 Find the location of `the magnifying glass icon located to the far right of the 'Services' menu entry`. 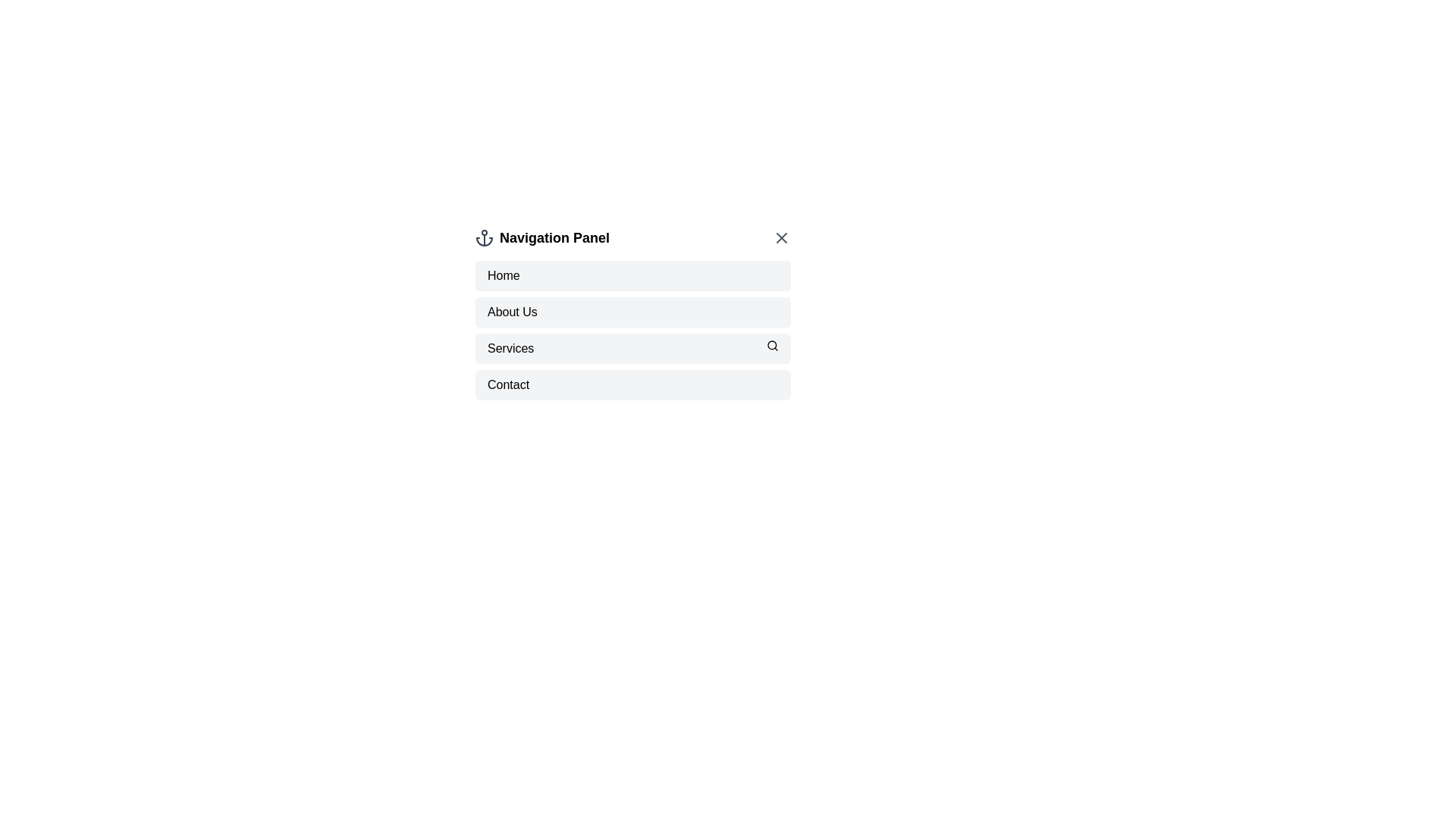

the magnifying glass icon located to the far right of the 'Services' menu entry is located at coordinates (772, 345).